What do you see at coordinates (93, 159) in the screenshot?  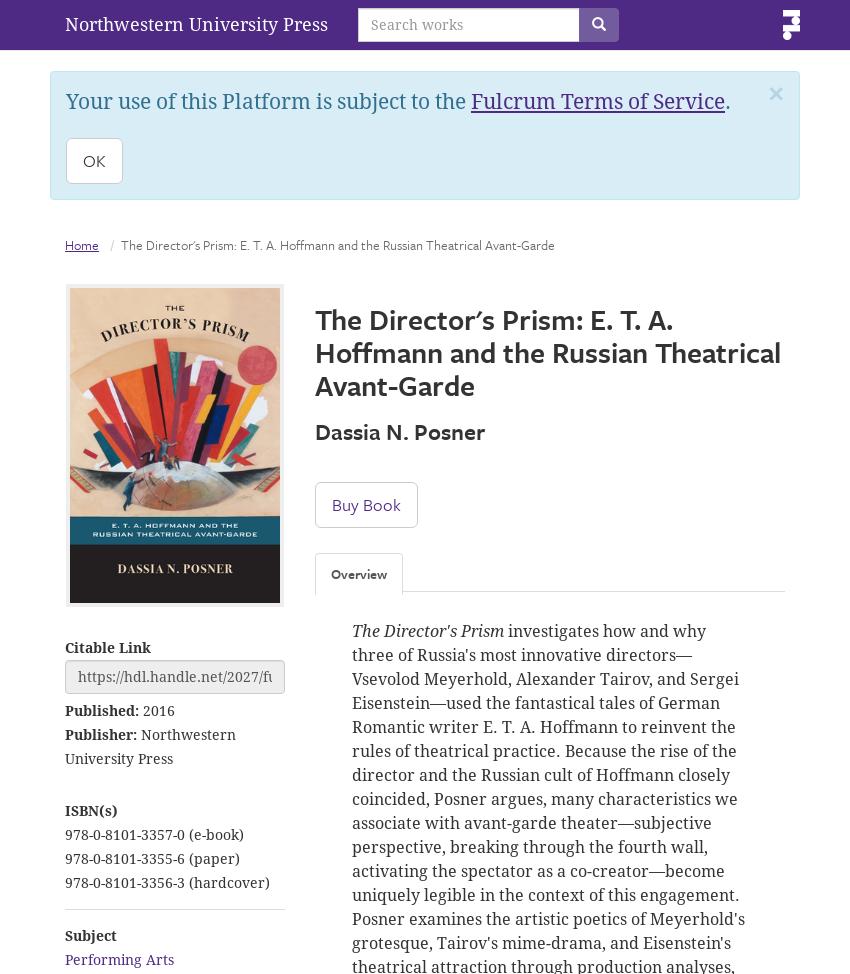 I see `'OK'` at bounding box center [93, 159].